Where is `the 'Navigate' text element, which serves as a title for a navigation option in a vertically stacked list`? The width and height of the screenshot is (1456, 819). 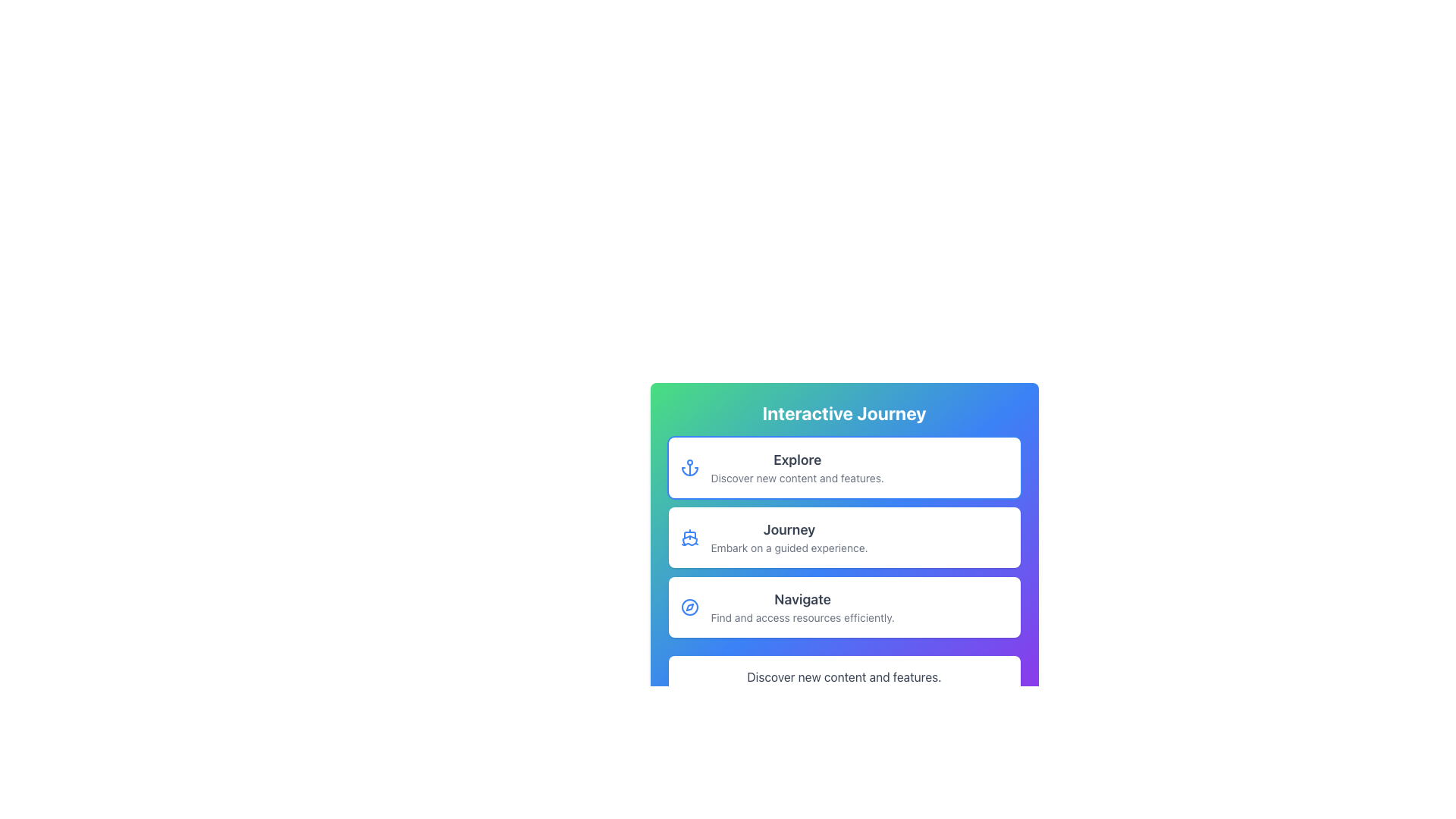 the 'Navigate' text element, which serves as a title for a navigation option in a vertically stacked list is located at coordinates (802, 598).